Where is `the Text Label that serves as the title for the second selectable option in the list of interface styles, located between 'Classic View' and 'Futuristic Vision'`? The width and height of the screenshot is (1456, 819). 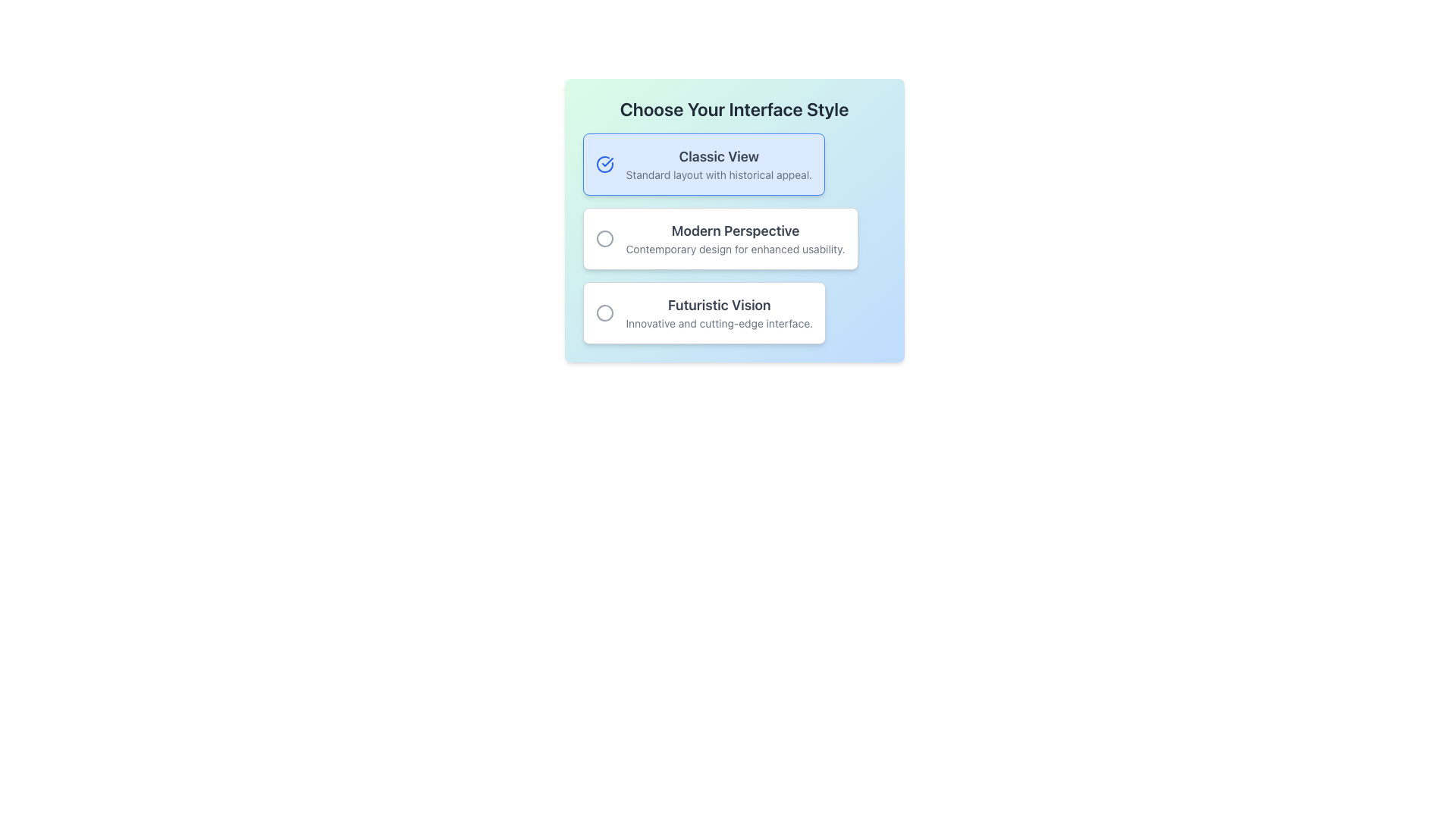
the Text Label that serves as the title for the second selectable option in the list of interface styles, located between 'Classic View' and 'Futuristic Vision' is located at coordinates (735, 231).